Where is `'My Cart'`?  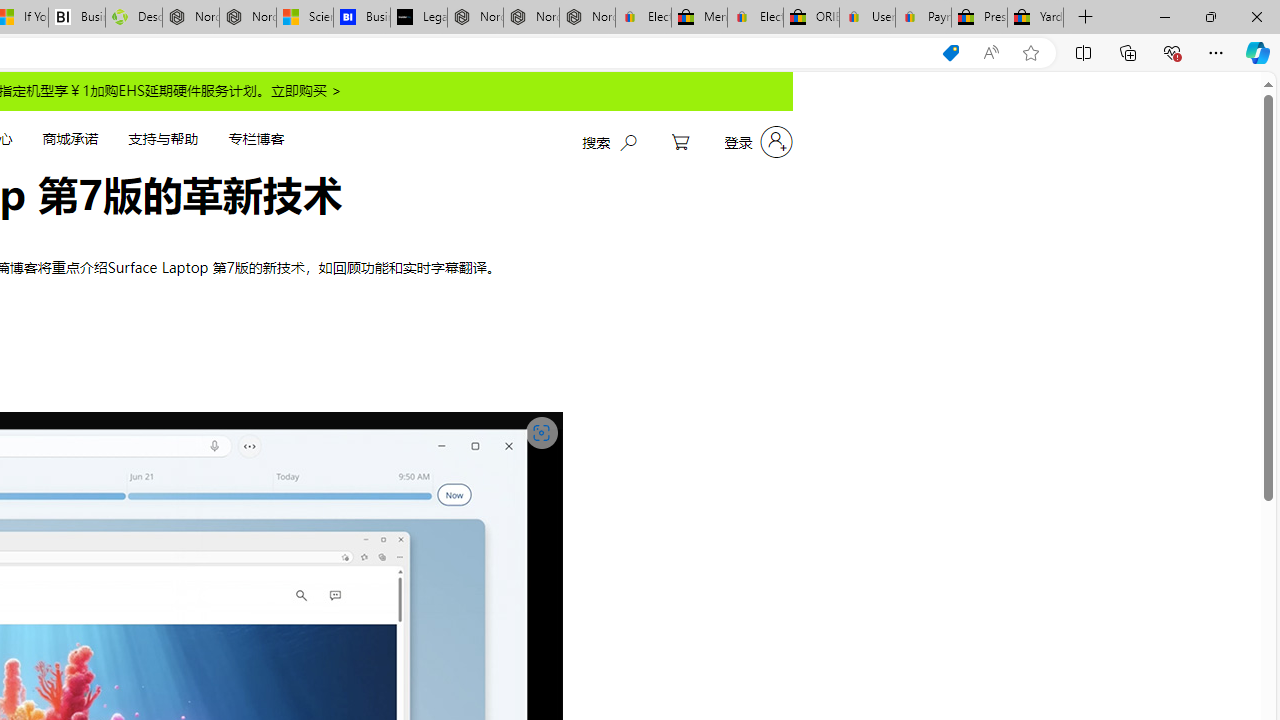 'My Cart' is located at coordinates (680, 141).